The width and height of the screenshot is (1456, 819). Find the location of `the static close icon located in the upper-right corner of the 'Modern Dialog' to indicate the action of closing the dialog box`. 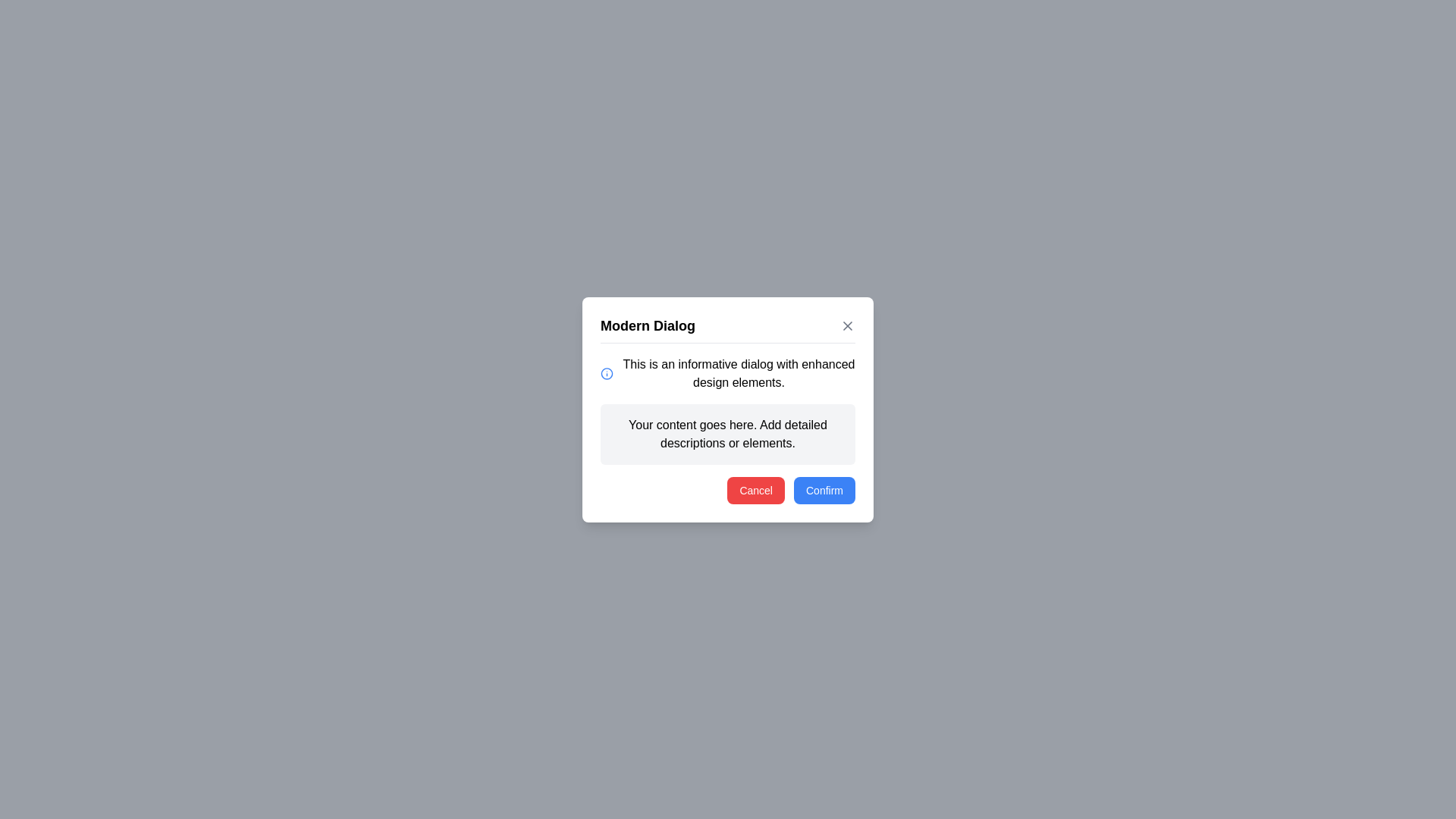

the static close icon located in the upper-right corner of the 'Modern Dialog' to indicate the action of closing the dialog box is located at coordinates (847, 325).